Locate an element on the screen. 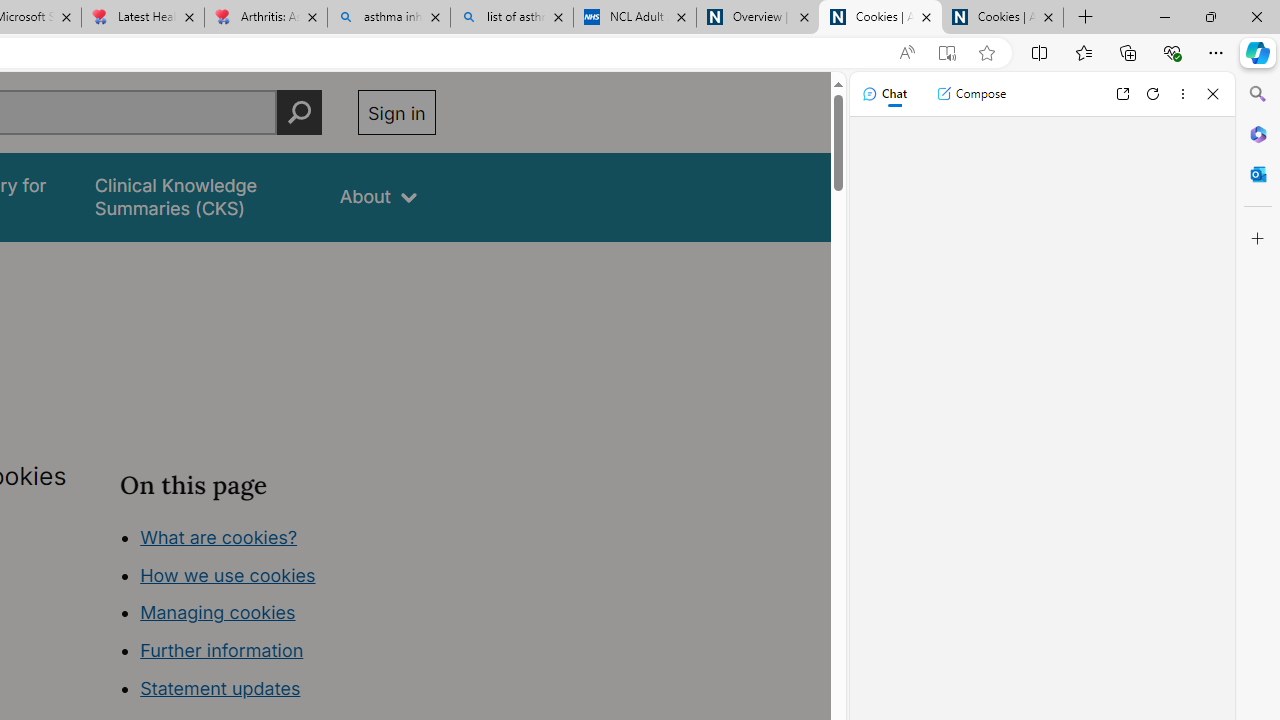  'list of asthma inhalers uk - Search' is located at coordinates (512, 17).